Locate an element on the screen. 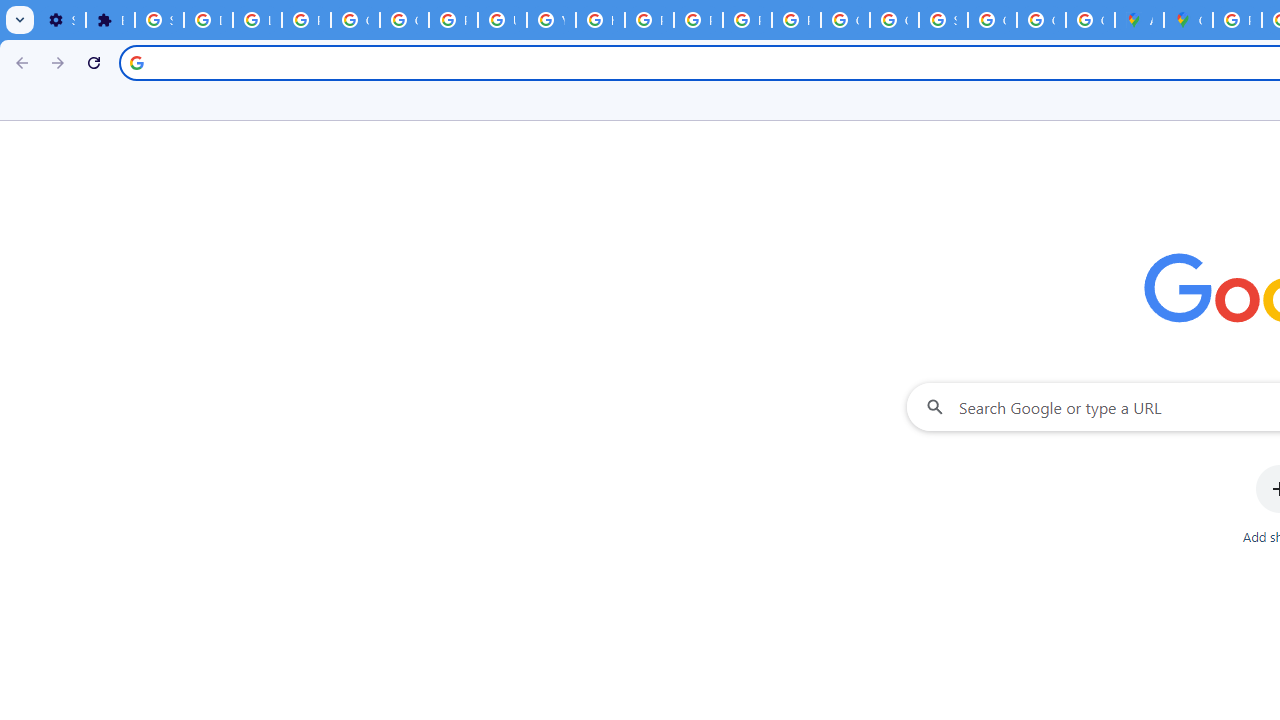  'Google Account Help' is located at coordinates (355, 20).